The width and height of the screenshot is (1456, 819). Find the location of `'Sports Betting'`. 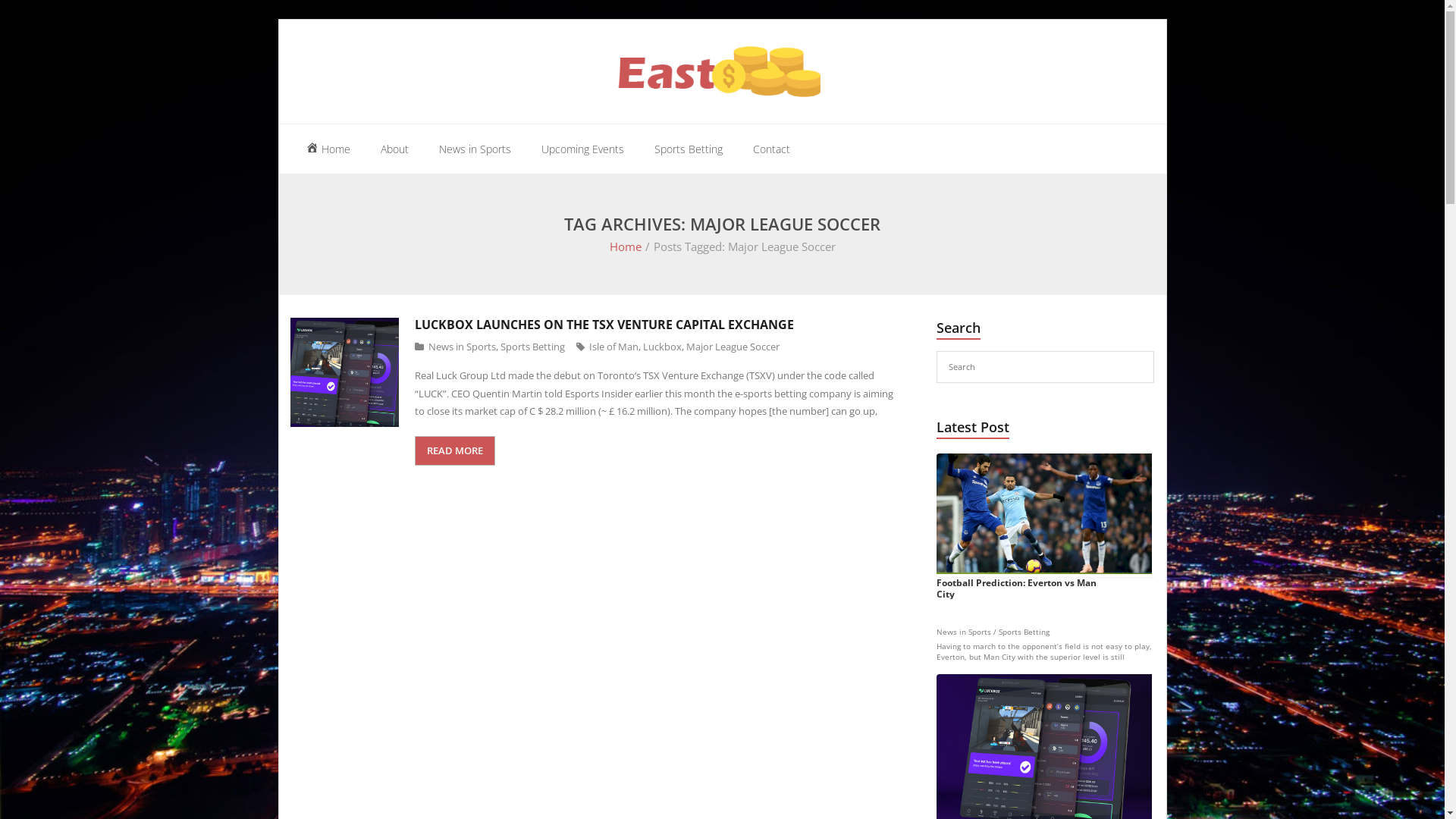

'Sports Betting' is located at coordinates (687, 149).